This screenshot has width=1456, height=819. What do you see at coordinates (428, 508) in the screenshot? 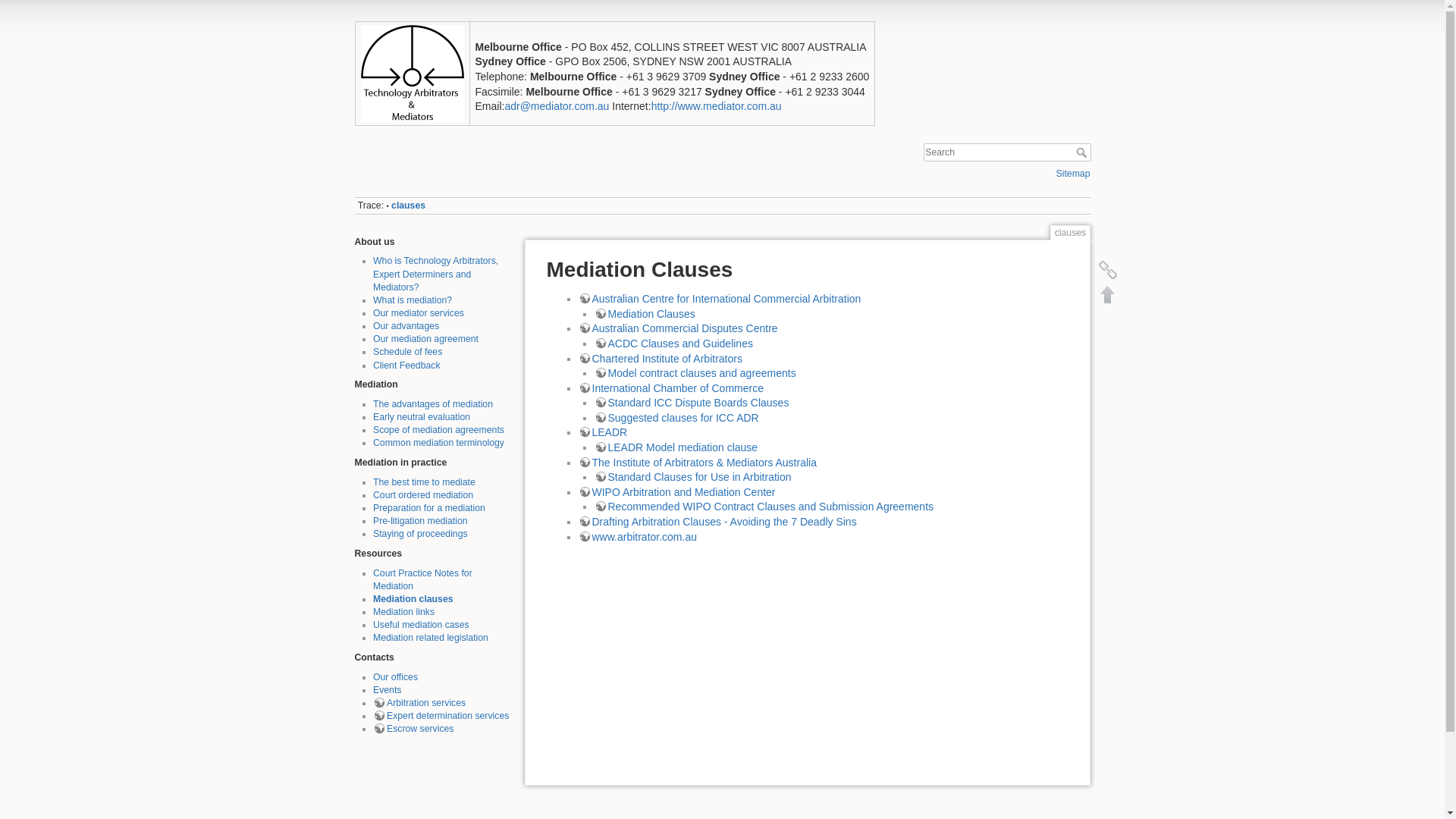
I see `'Preparation for a mediation'` at bounding box center [428, 508].